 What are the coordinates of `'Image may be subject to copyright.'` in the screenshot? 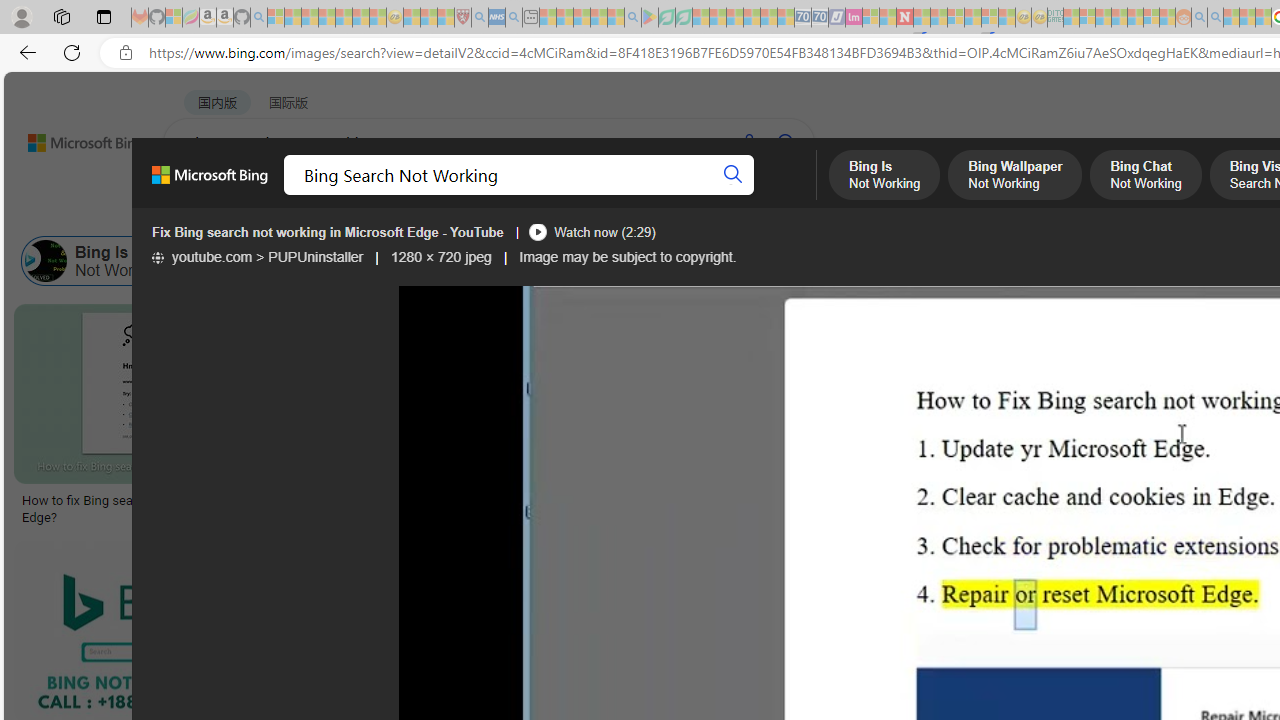 It's located at (626, 256).